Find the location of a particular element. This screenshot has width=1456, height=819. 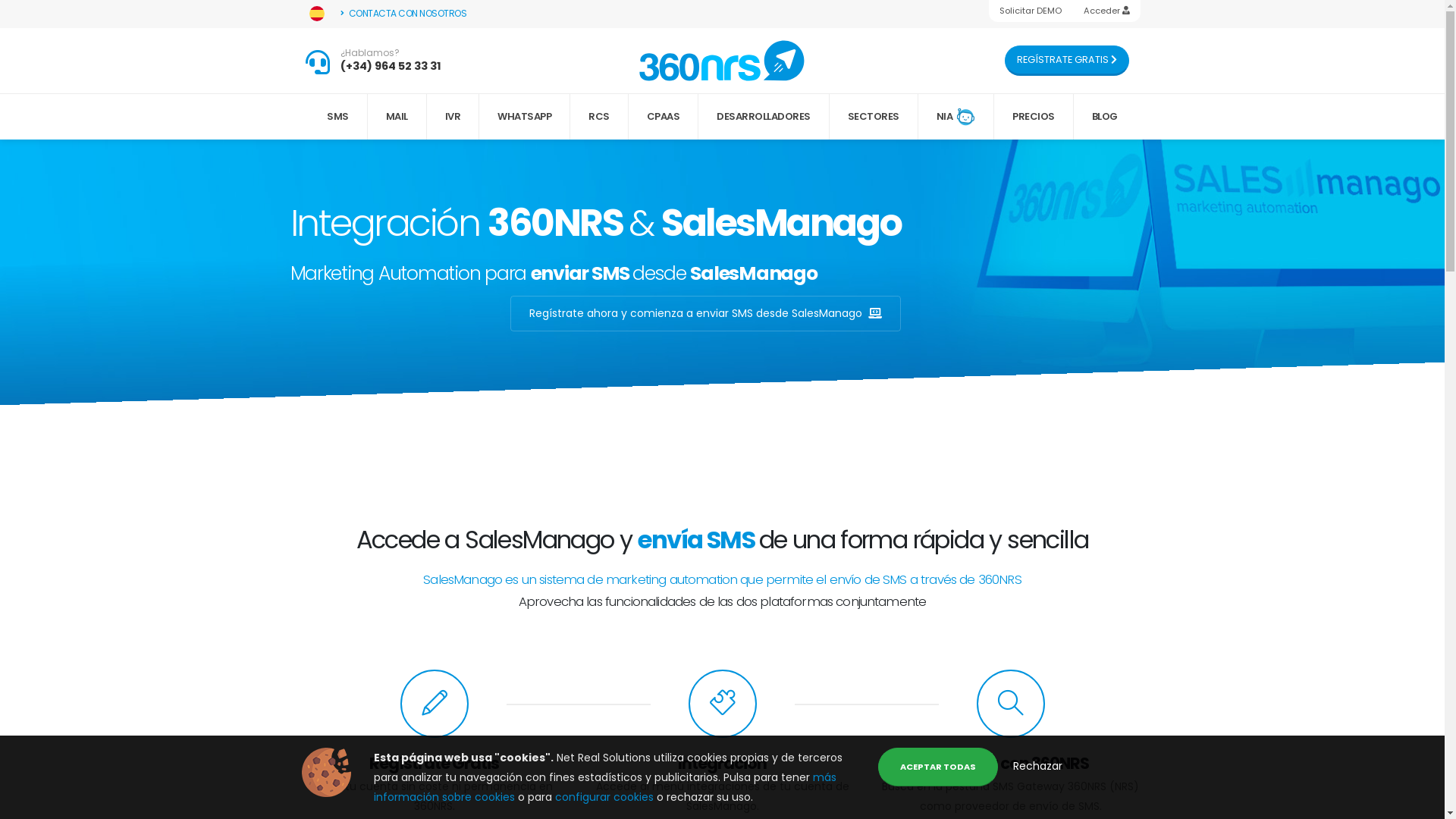

'Solicitar DEMO' is located at coordinates (1031, 11).